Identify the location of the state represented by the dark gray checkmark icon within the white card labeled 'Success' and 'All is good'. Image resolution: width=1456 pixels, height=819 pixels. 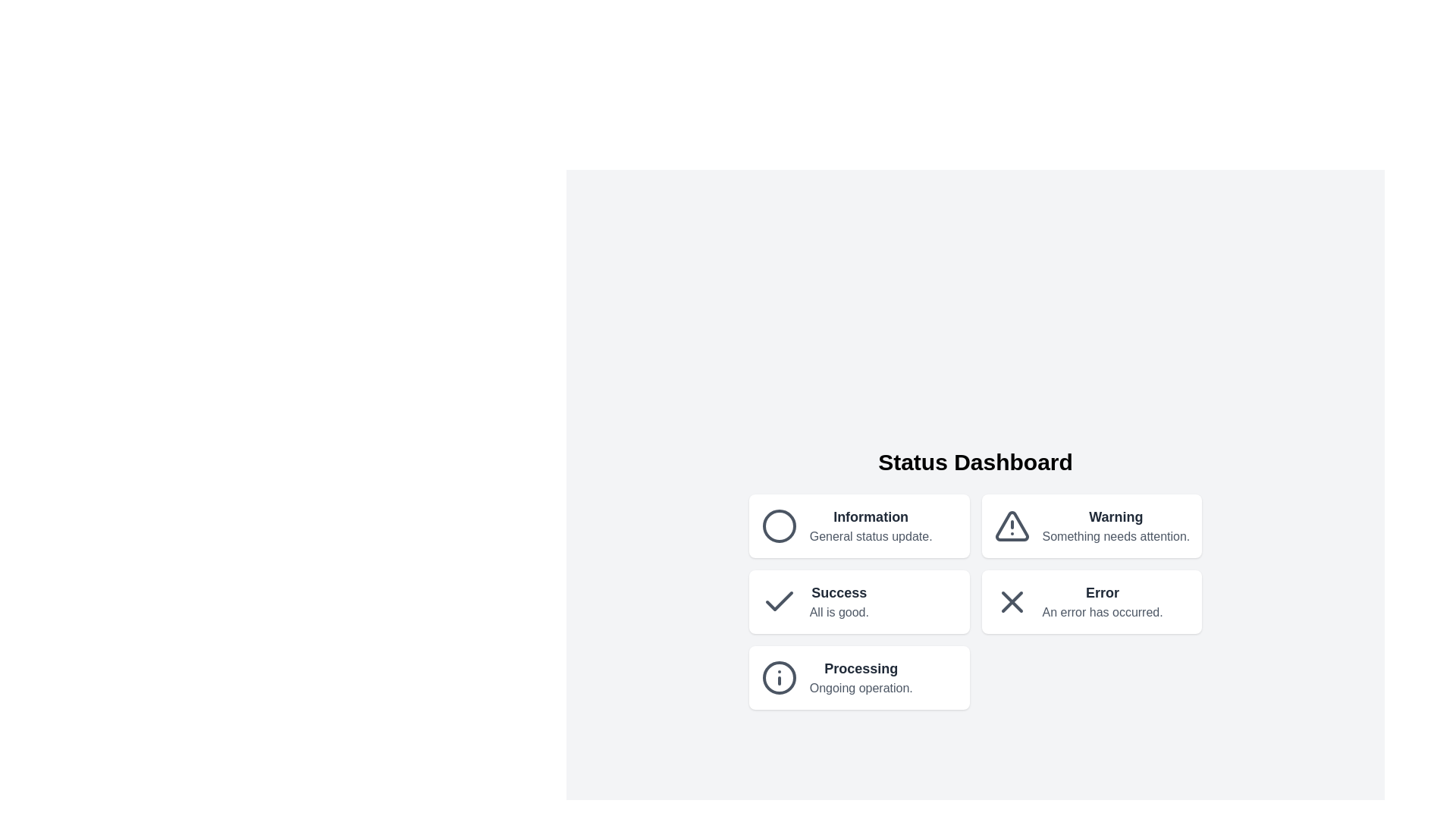
(779, 601).